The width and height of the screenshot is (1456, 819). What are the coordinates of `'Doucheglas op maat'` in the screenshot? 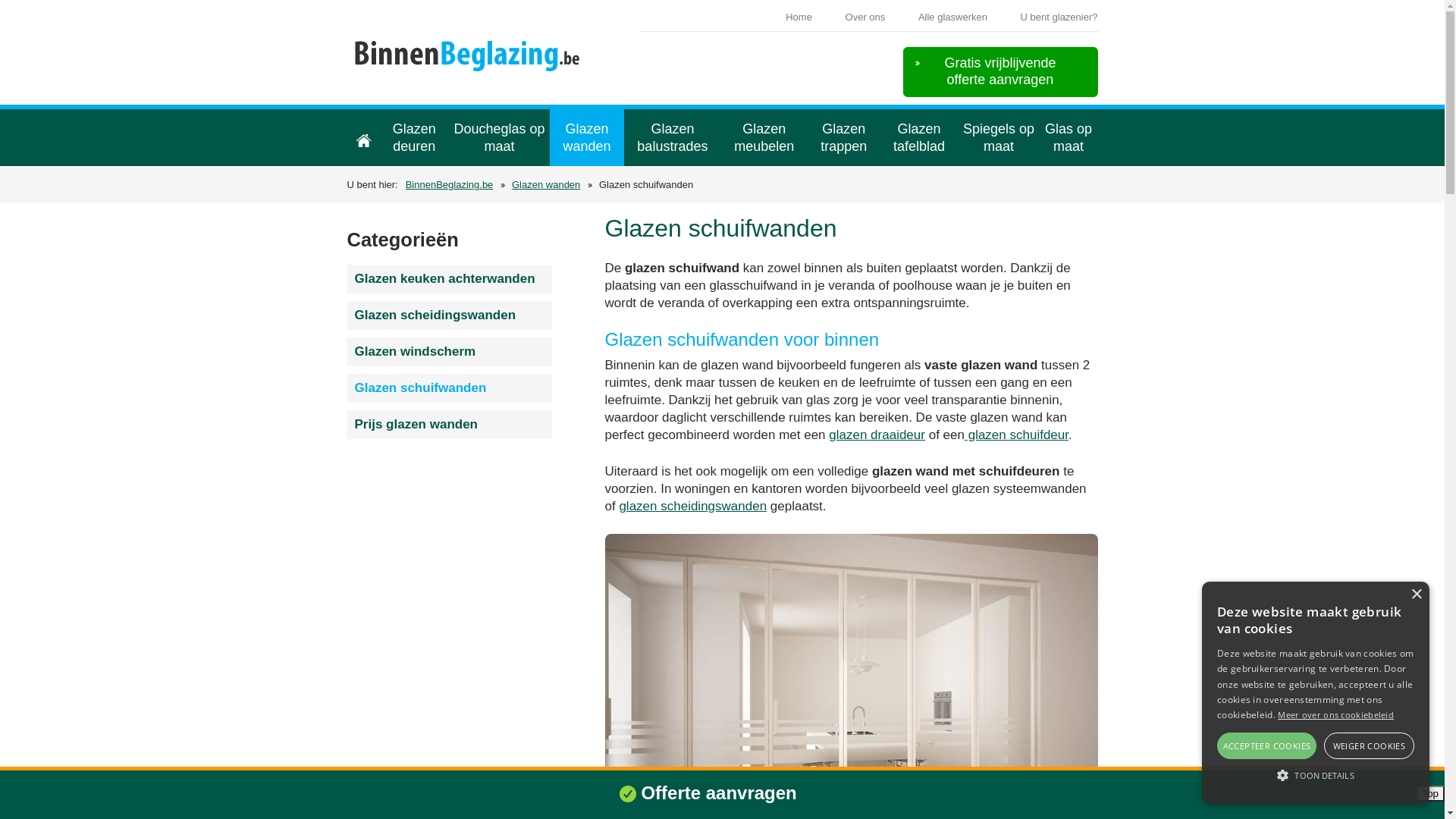 It's located at (499, 137).